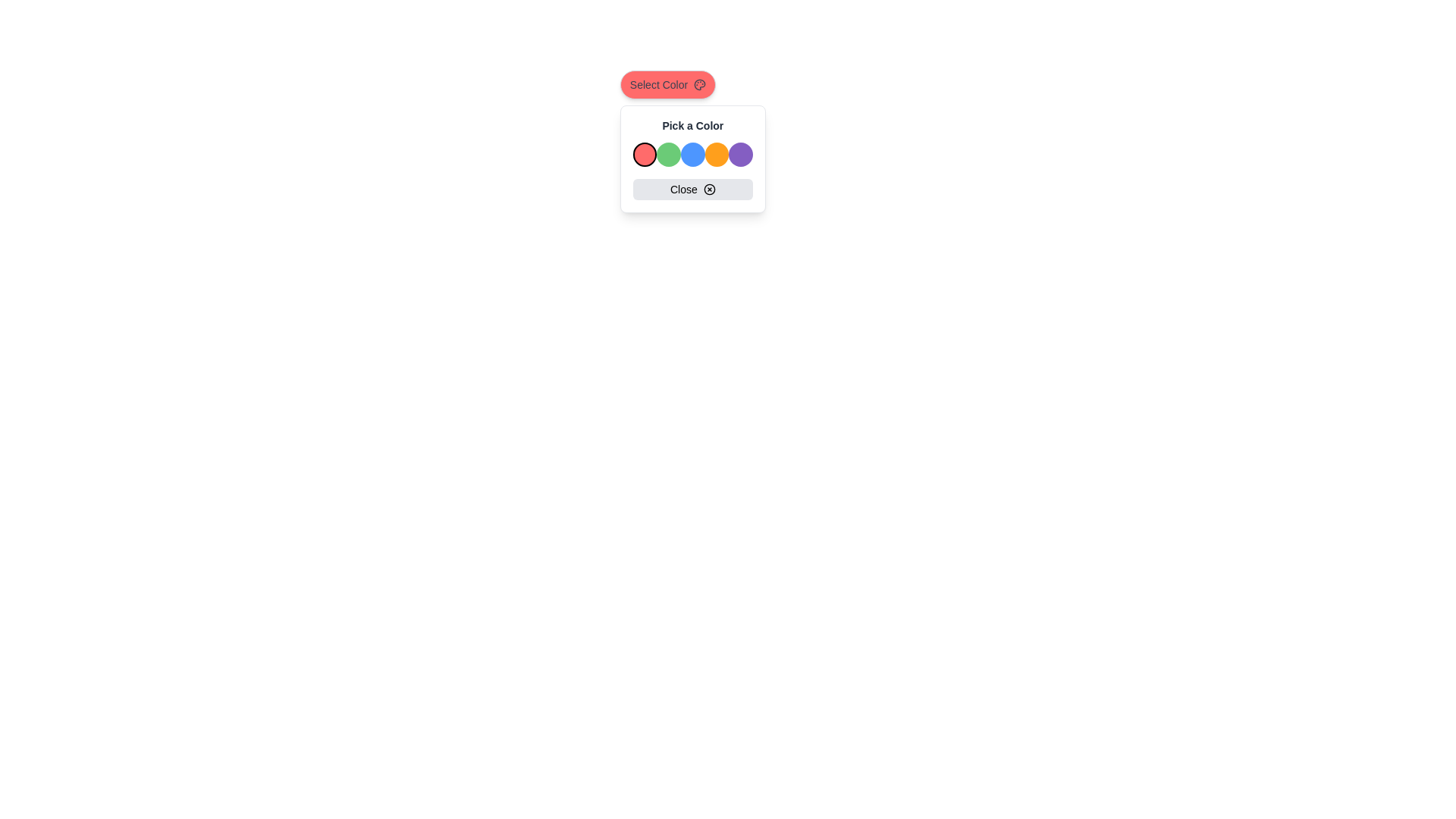  Describe the element at coordinates (692, 158) in the screenshot. I see `the color options in the dropdown modal` at that location.